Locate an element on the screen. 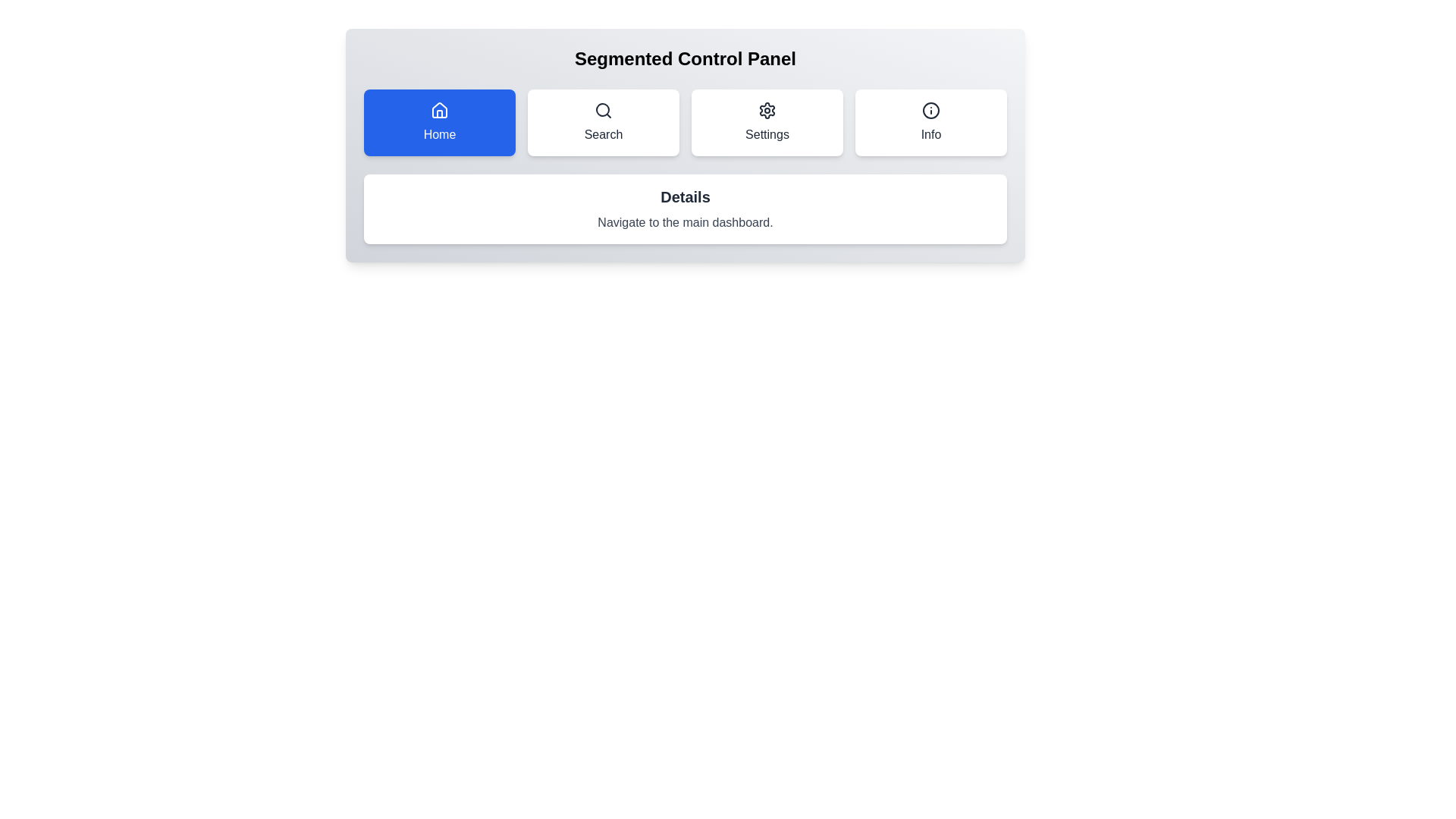 This screenshot has width=1456, height=819. the Text label that serves as a description for the associated icon above it, located within the fourth button of a segmented control row is located at coordinates (930, 133).